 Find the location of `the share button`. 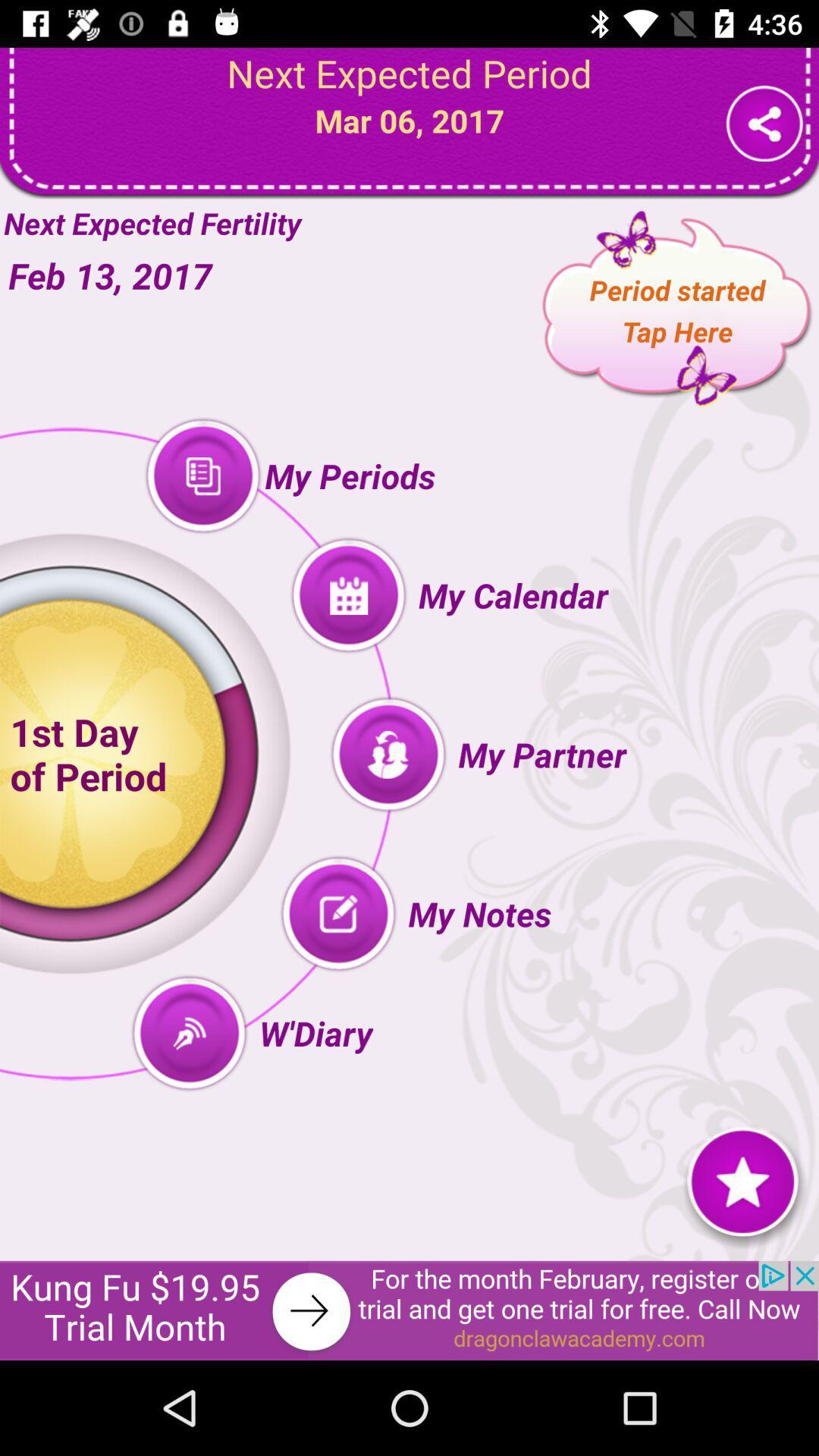

the share button is located at coordinates (764, 123).